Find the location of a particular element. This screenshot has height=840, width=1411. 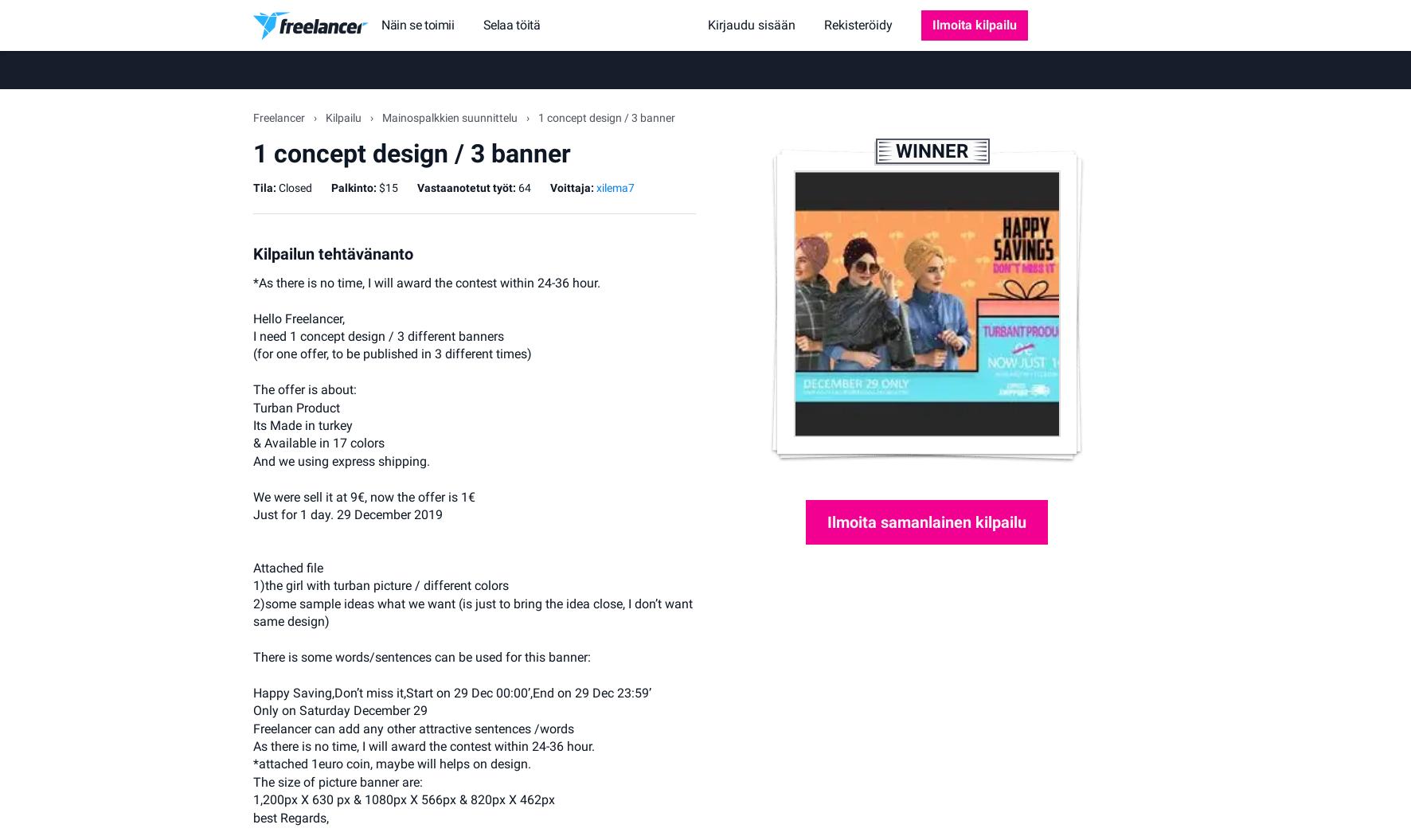

'Palkinto:' is located at coordinates (353, 186).